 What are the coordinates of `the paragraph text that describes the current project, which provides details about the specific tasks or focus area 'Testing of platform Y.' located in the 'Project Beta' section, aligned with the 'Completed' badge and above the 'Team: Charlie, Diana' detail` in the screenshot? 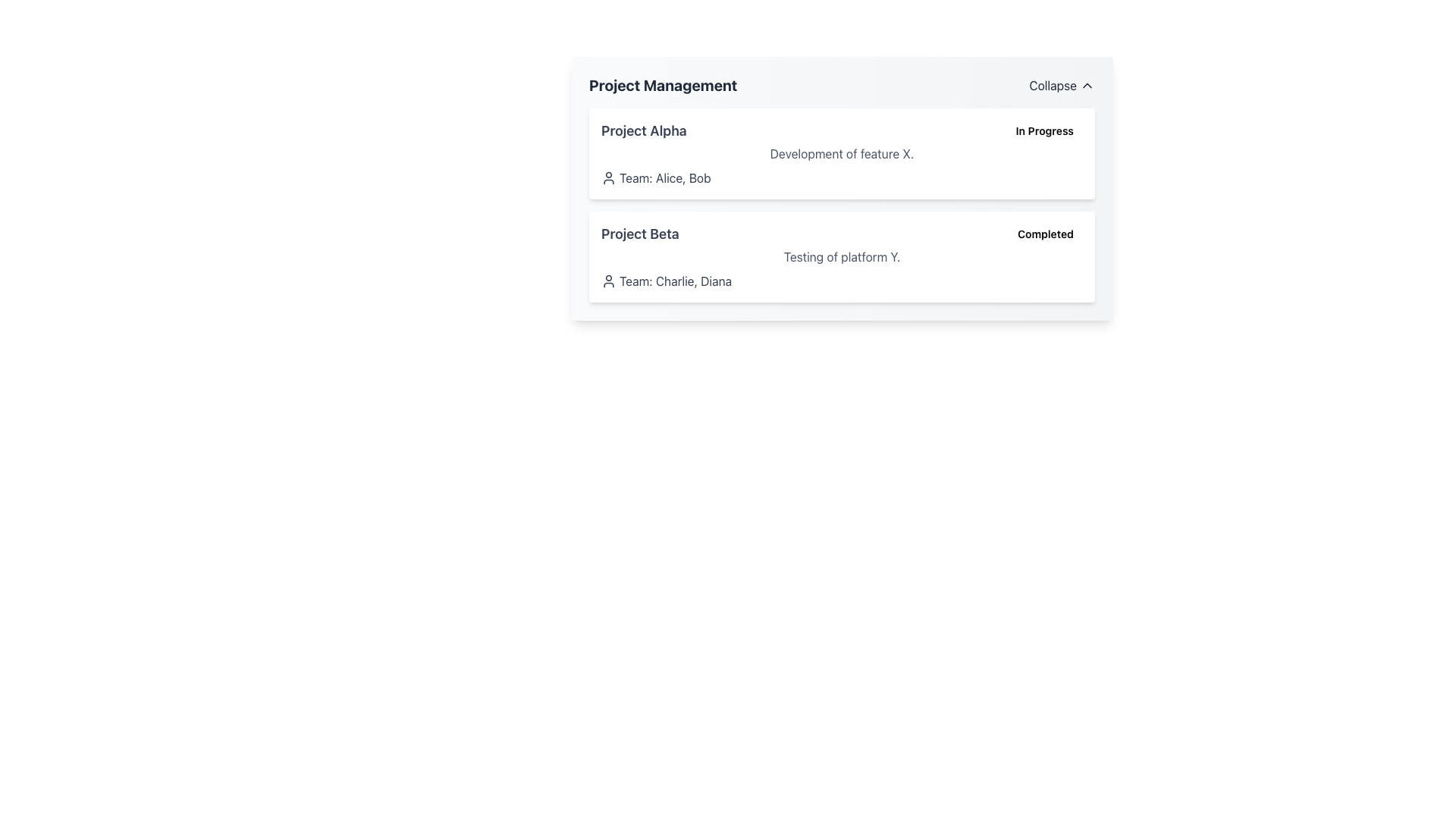 It's located at (841, 256).